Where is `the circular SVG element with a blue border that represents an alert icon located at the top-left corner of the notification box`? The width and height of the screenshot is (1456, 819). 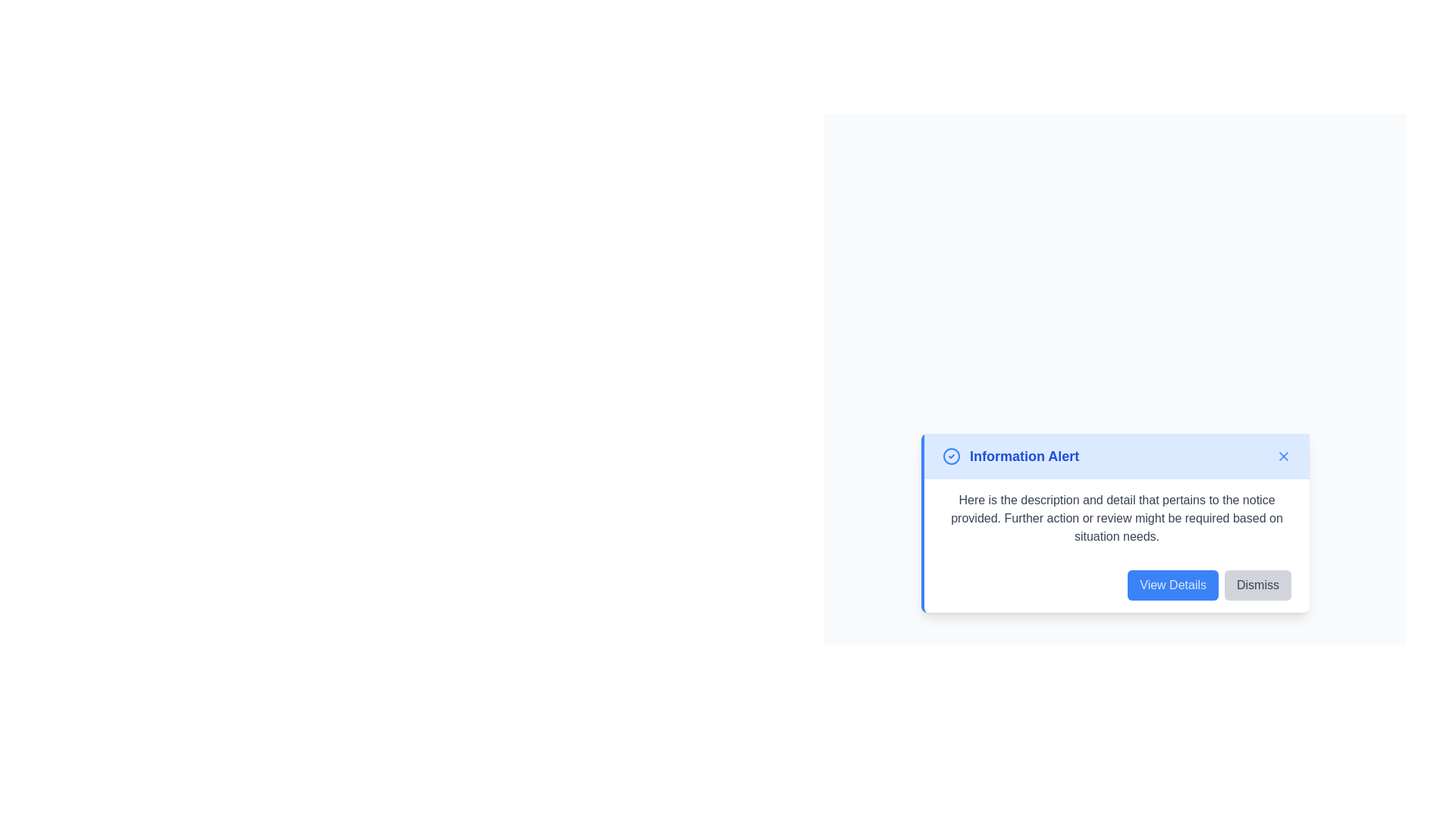
the circular SVG element with a blue border that represents an alert icon located at the top-left corner of the notification box is located at coordinates (950, 455).